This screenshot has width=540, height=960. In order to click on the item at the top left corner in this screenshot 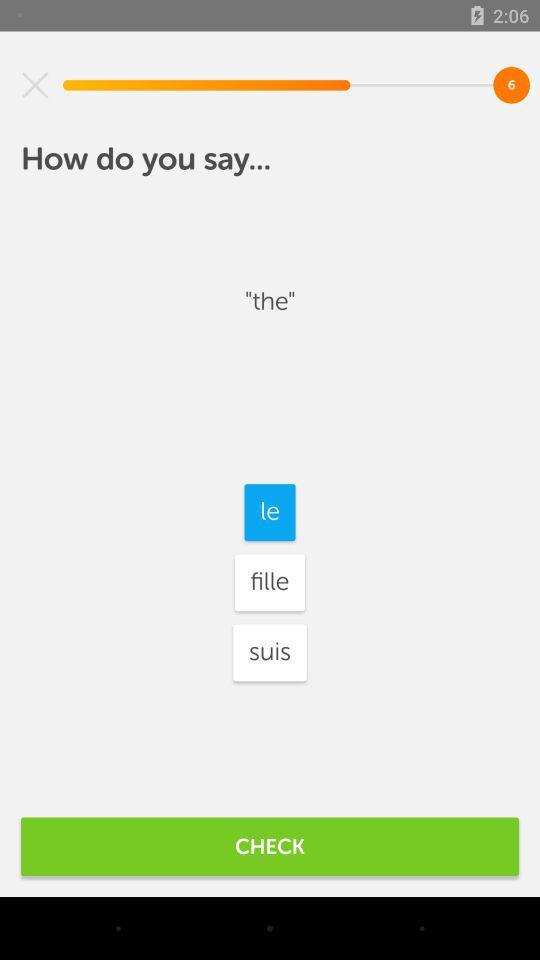, I will do `click(35, 85)`.